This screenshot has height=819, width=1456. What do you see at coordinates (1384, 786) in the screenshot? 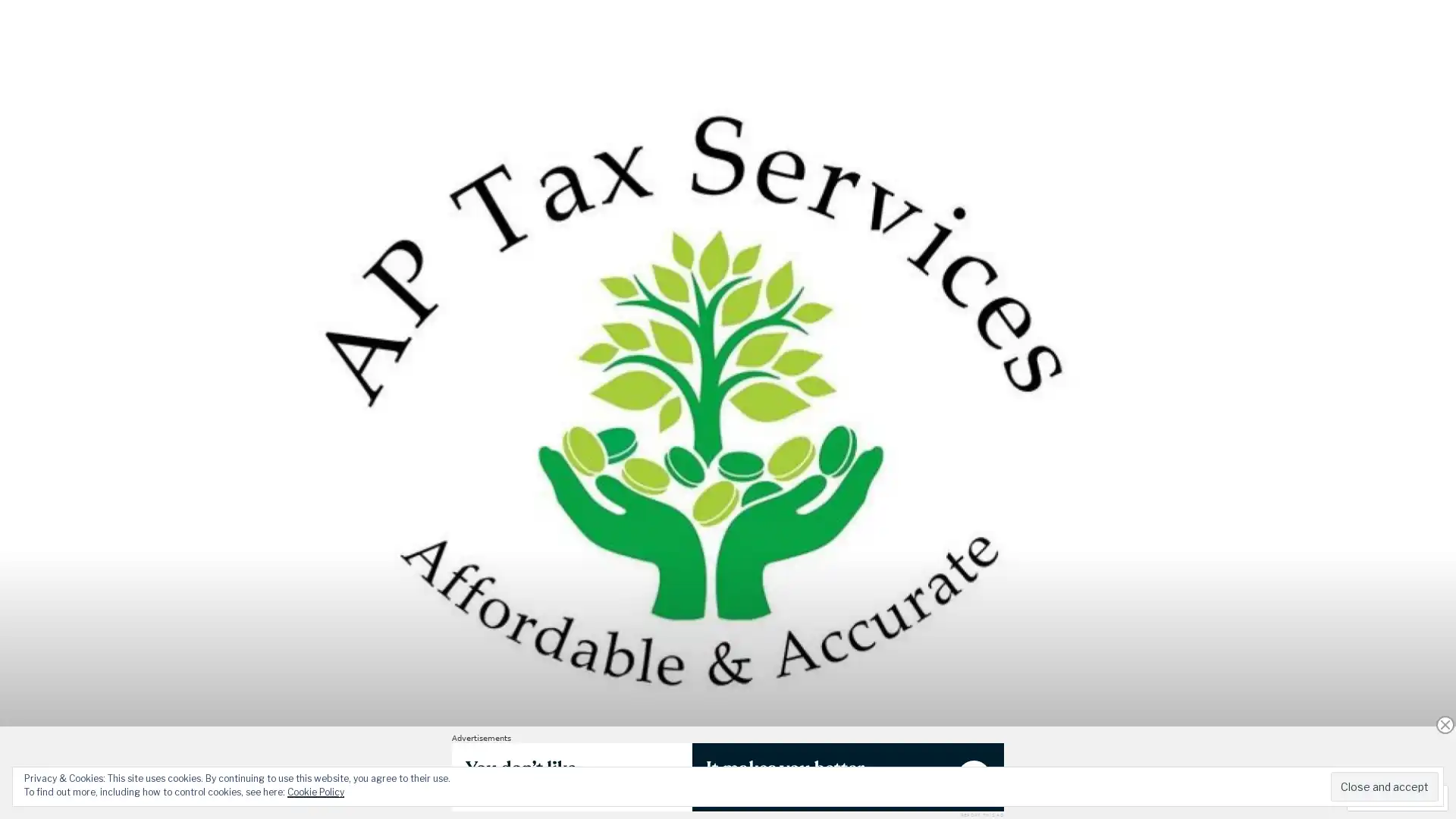
I see `Close and accept` at bounding box center [1384, 786].